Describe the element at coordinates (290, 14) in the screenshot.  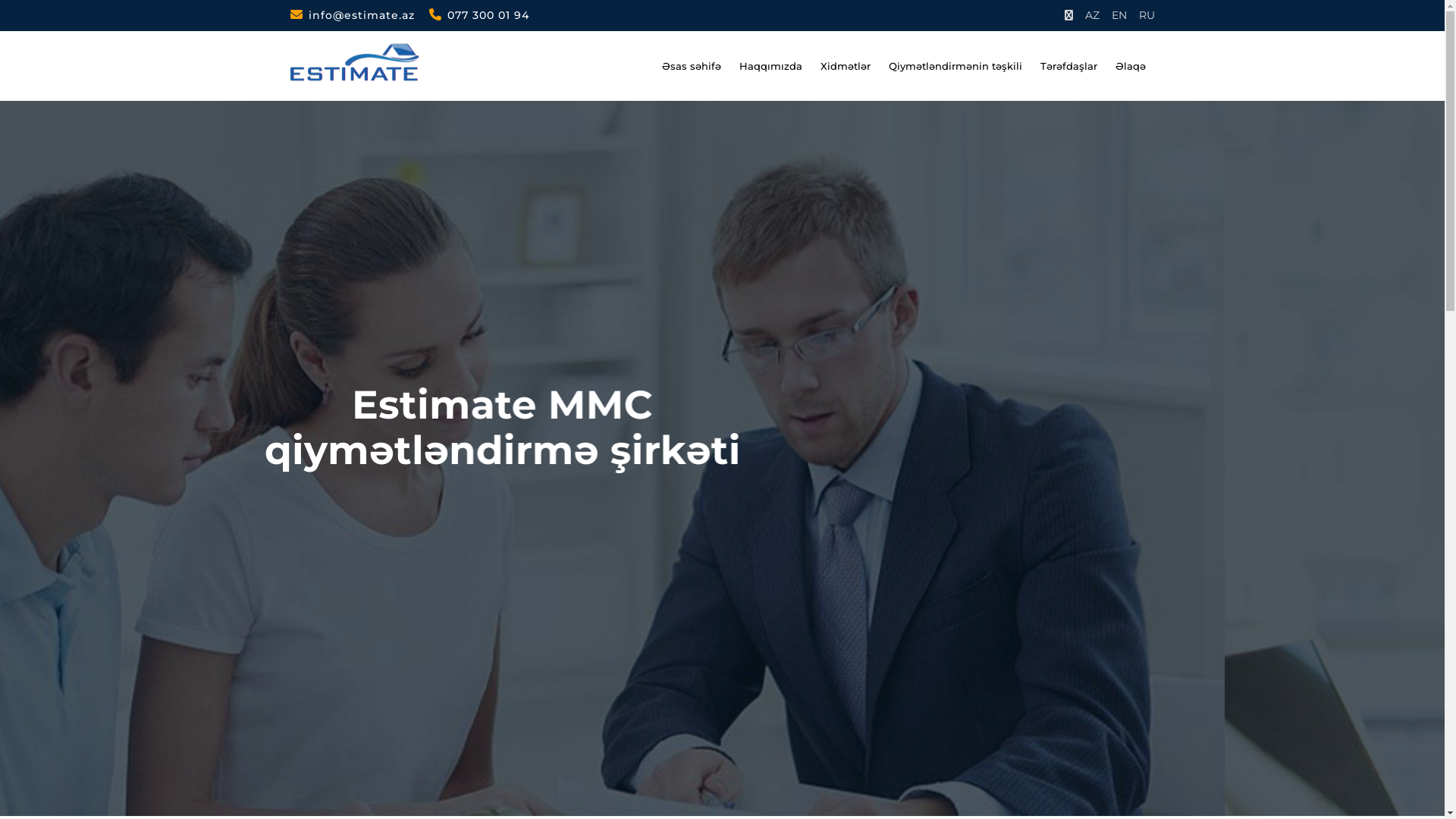
I see `'info@estimate.az'` at that location.